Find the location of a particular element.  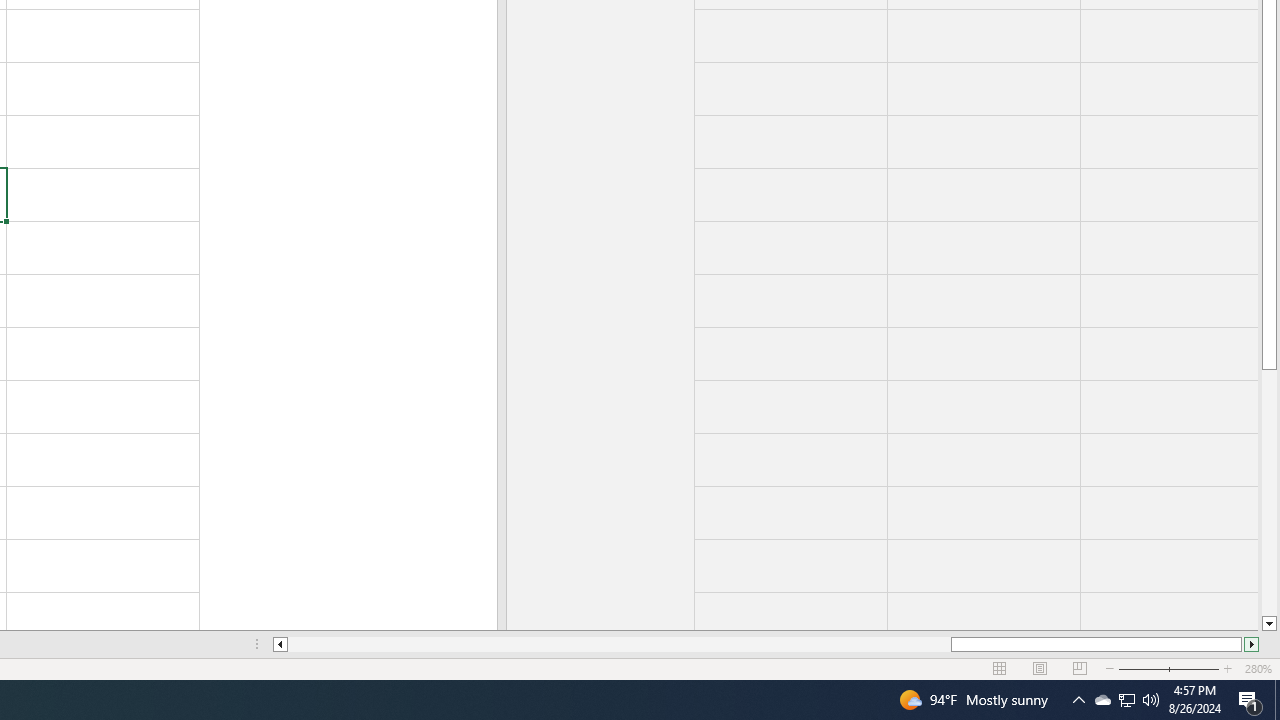

'Page Layout' is located at coordinates (1040, 669).